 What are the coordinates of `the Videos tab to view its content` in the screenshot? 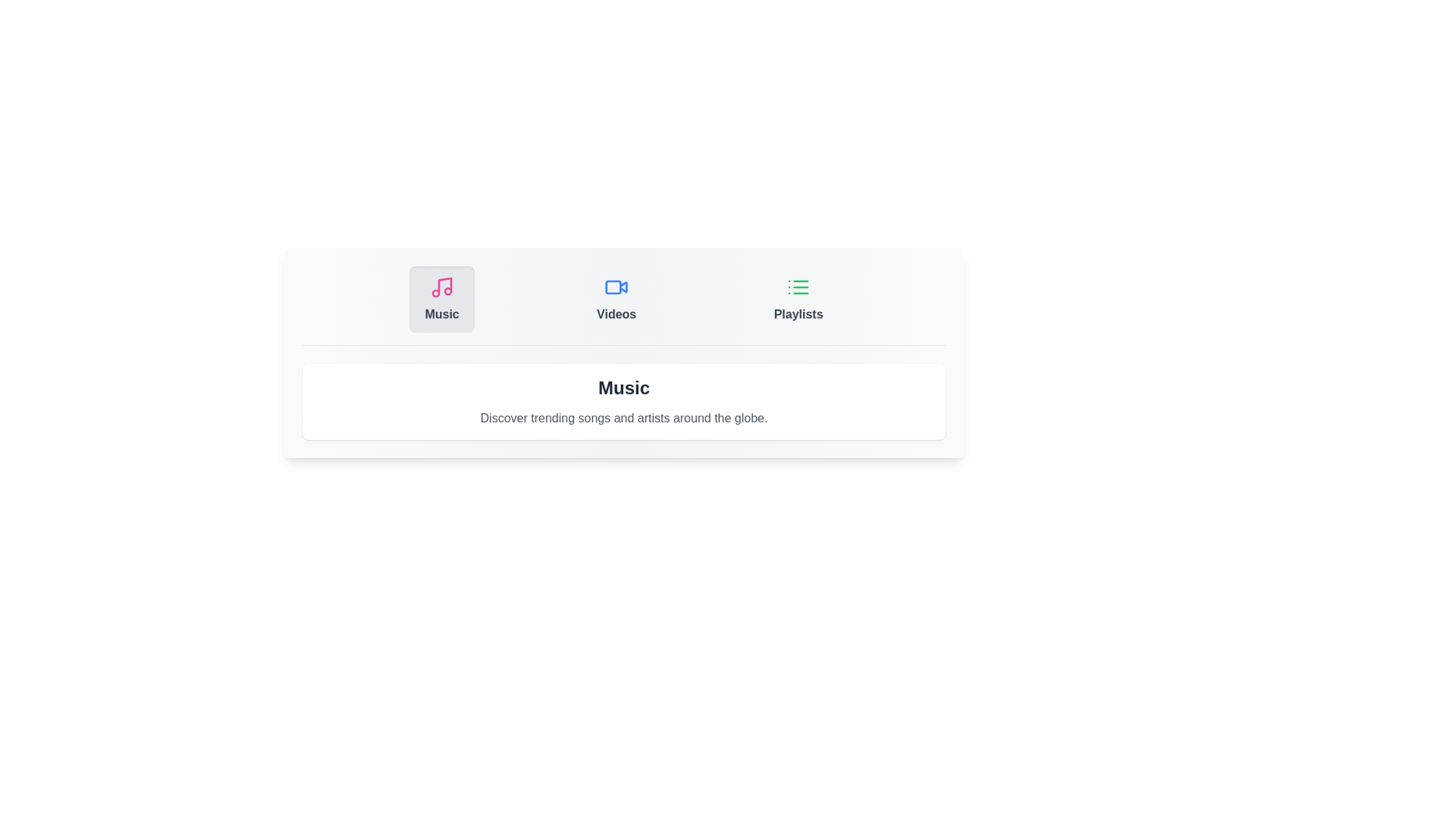 It's located at (616, 299).